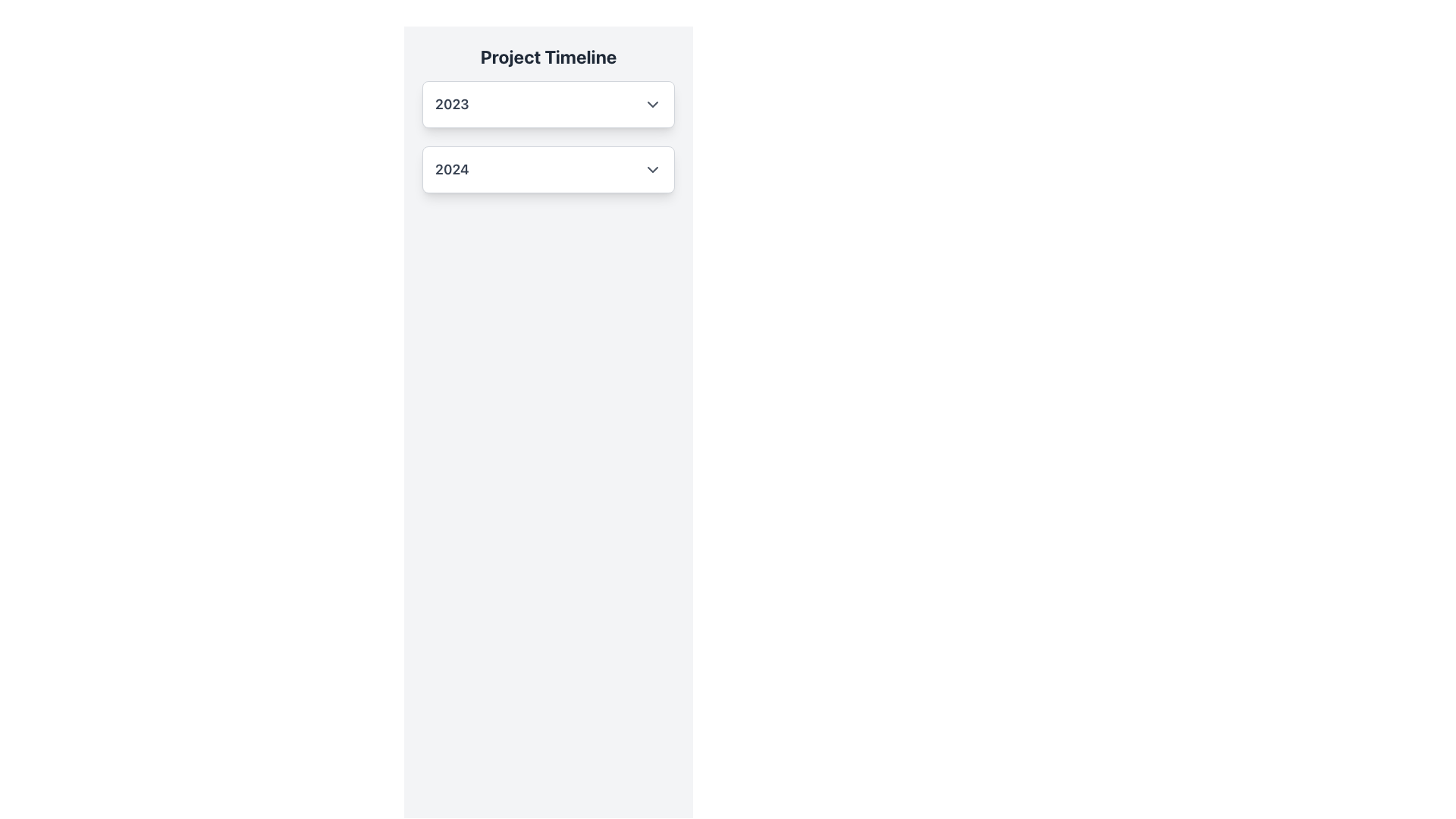 The width and height of the screenshot is (1456, 819). Describe the element at coordinates (451, 169) in the screenshot. I see `text label representing the year 2024 in the dropdown interface located under the 'Project Timeline' header` at that location.